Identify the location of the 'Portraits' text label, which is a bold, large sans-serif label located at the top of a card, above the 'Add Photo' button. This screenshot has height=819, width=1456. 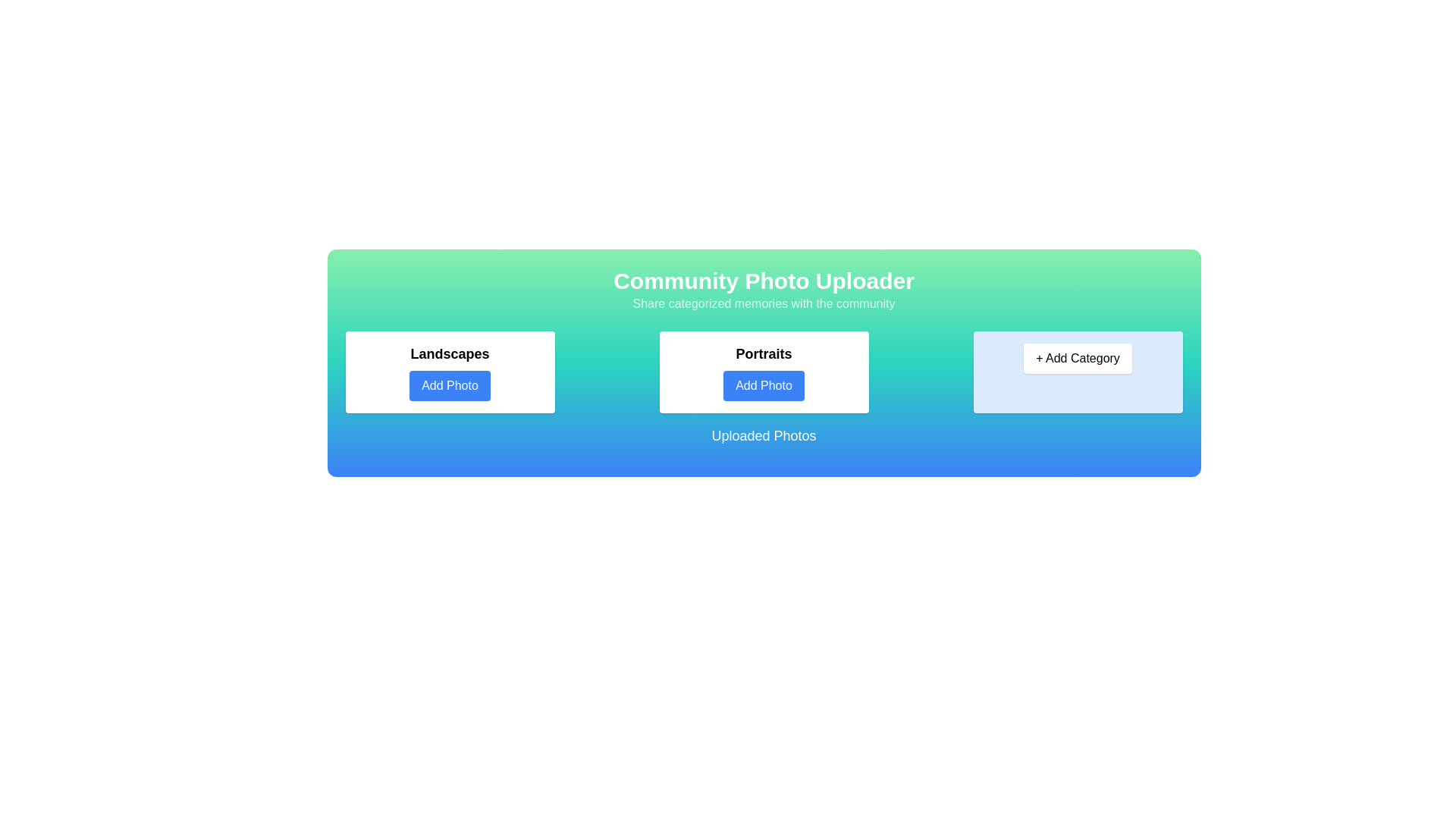
(764, 353).